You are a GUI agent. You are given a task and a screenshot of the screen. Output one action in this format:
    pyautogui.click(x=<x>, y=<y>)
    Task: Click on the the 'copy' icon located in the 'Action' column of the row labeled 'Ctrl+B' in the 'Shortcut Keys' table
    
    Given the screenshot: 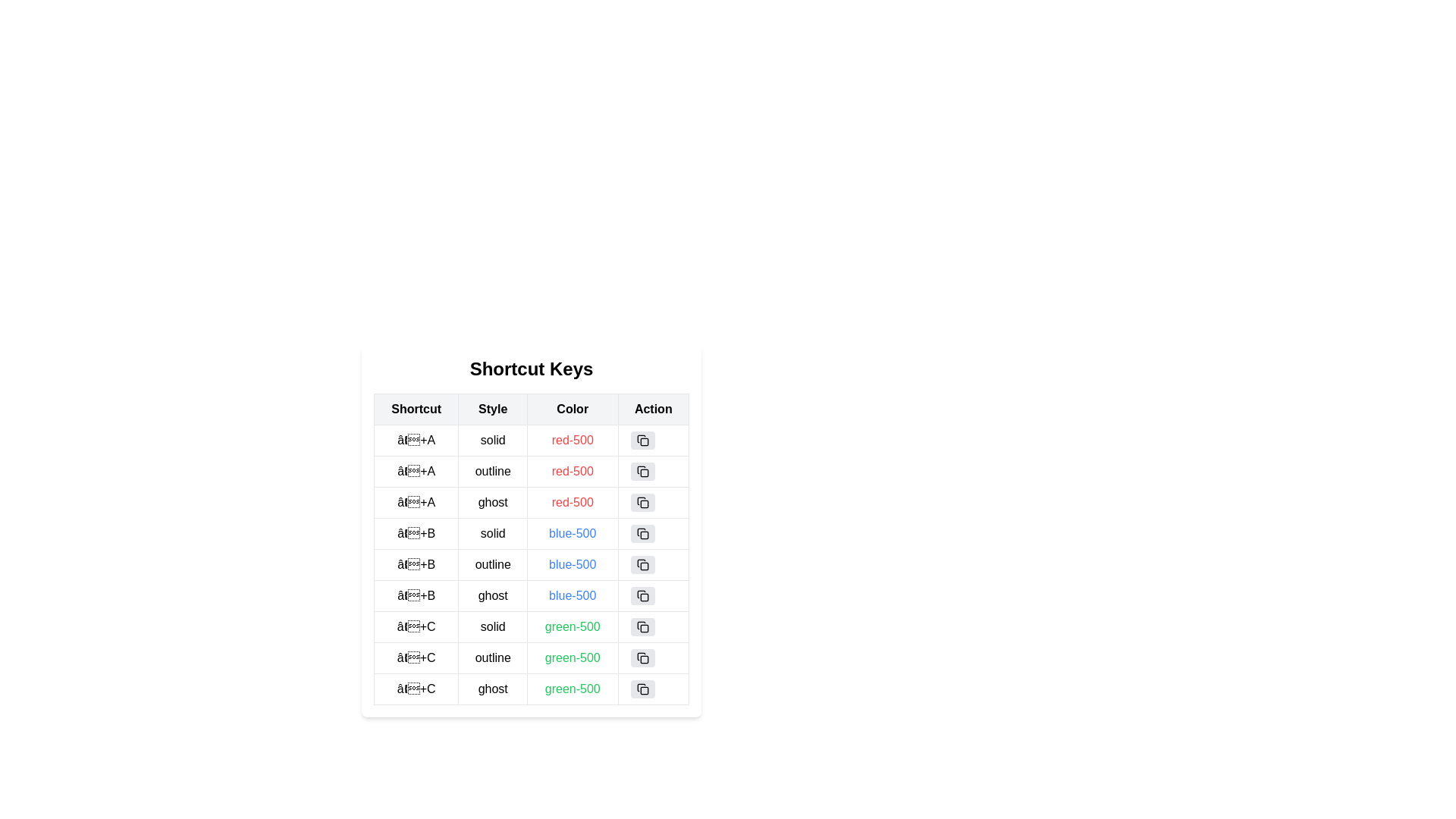 What is the action you would take?
    pyautogui.click(x=642, y=533)
    